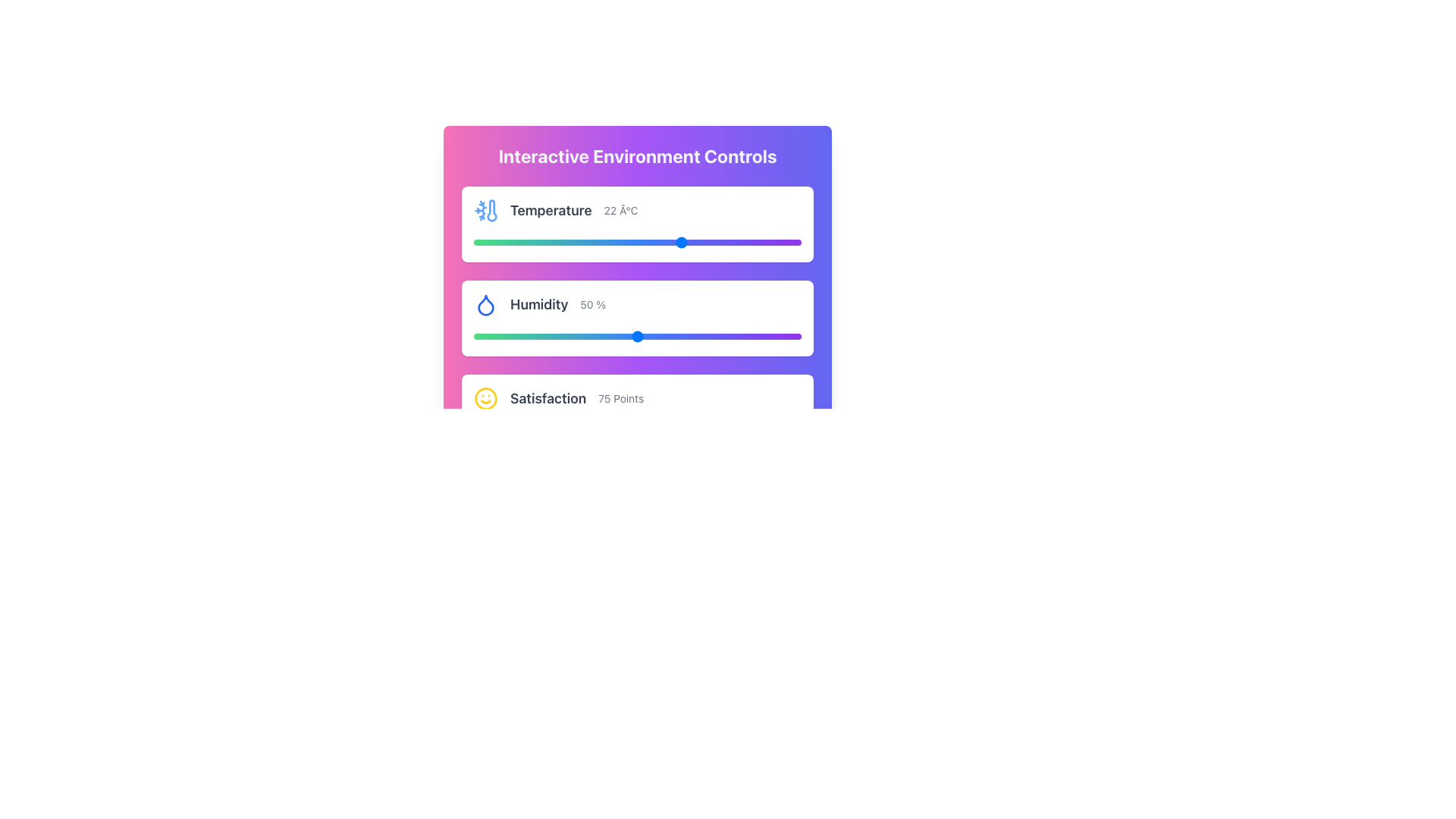 This screenshot has height=819, width=1456. Describe the element at coordinates (782, 242) in the screenshot. I see `the slider` at that location.